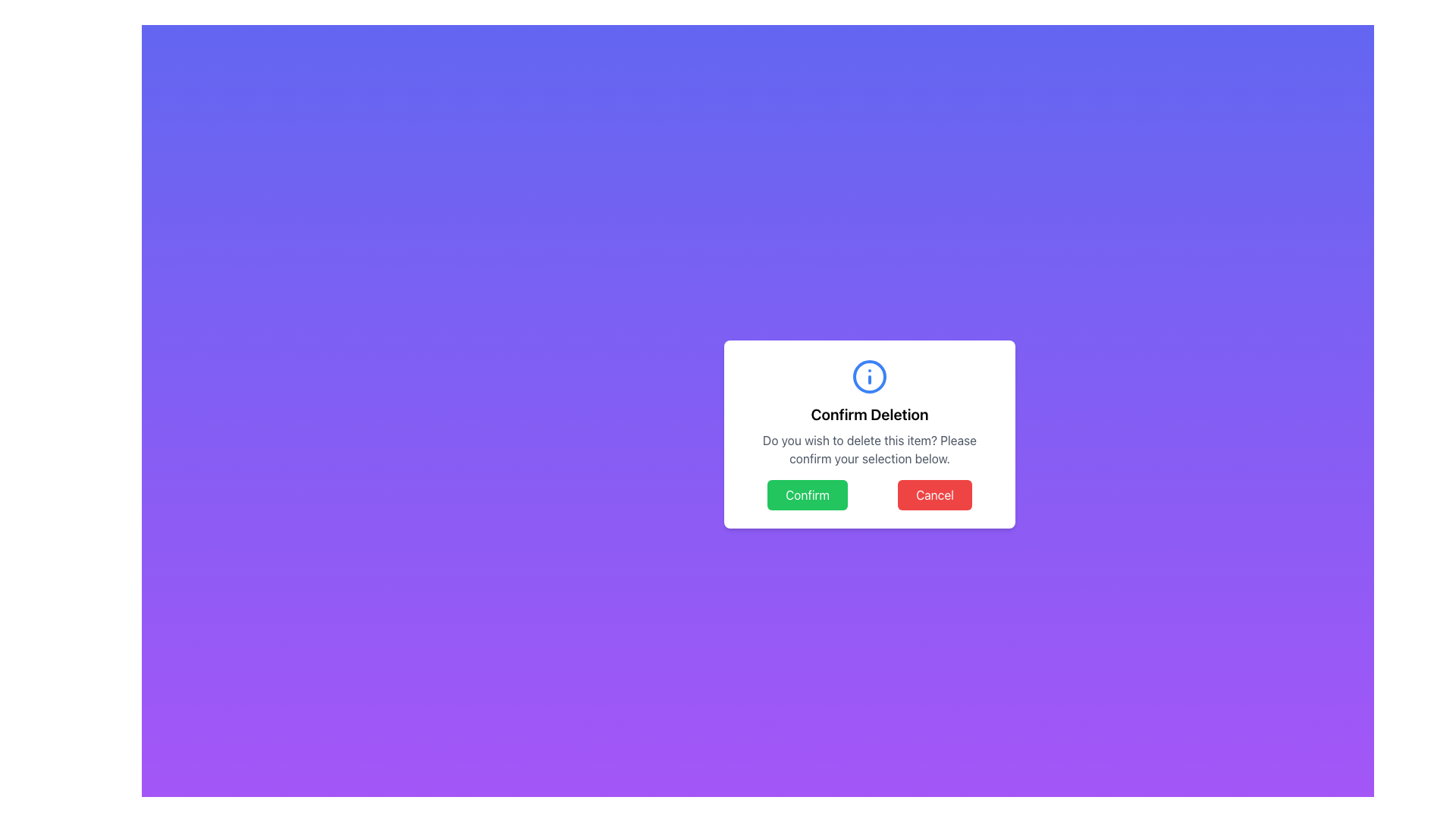 The height and width of the screenshot is (819, 1456). What do you see at coordinates (807, 494) in the screenshot?
I see `the green 'Confirm' button` at bounding box center [807, 494].